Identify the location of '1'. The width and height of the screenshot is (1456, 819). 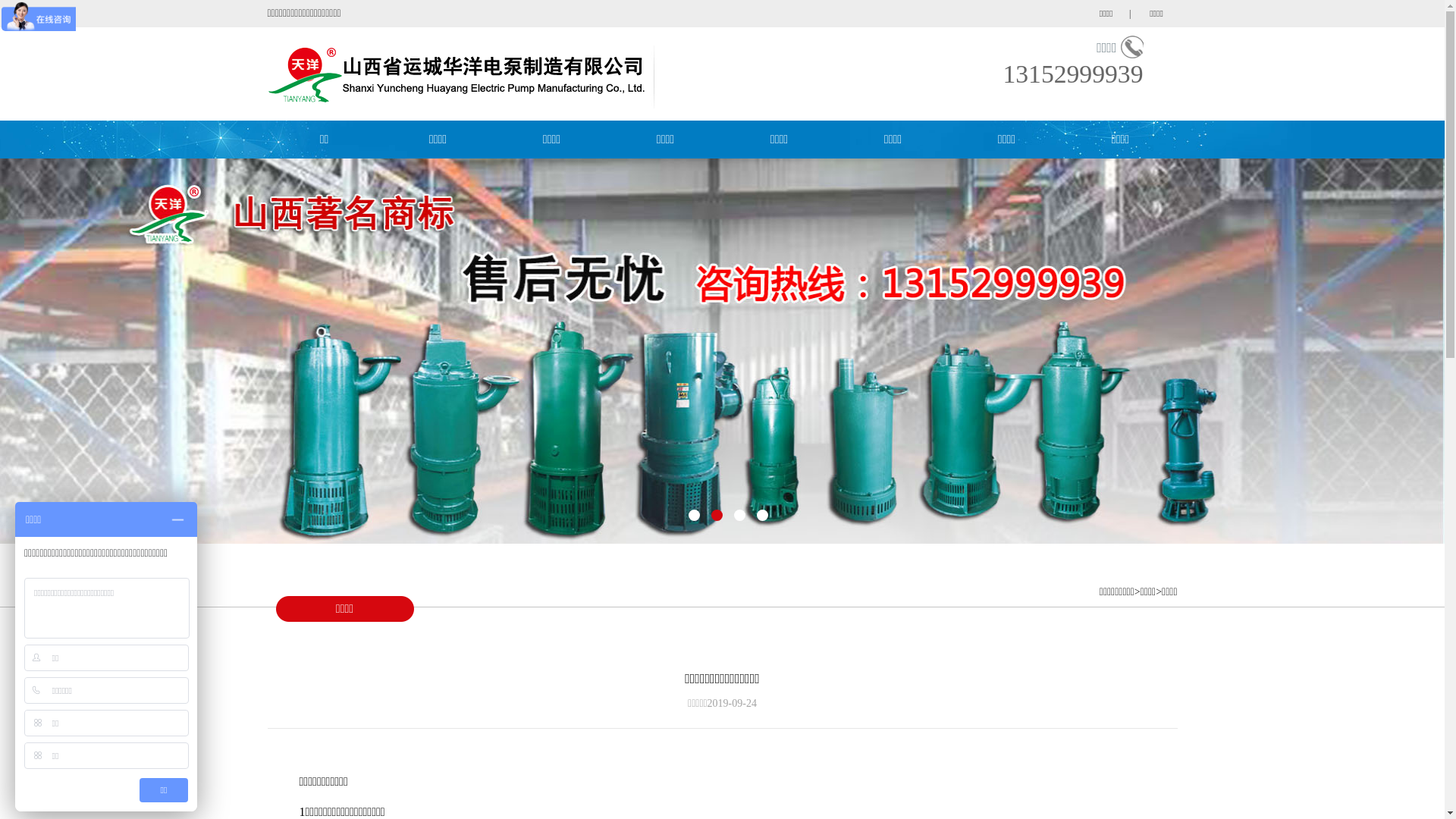
(687, 514).